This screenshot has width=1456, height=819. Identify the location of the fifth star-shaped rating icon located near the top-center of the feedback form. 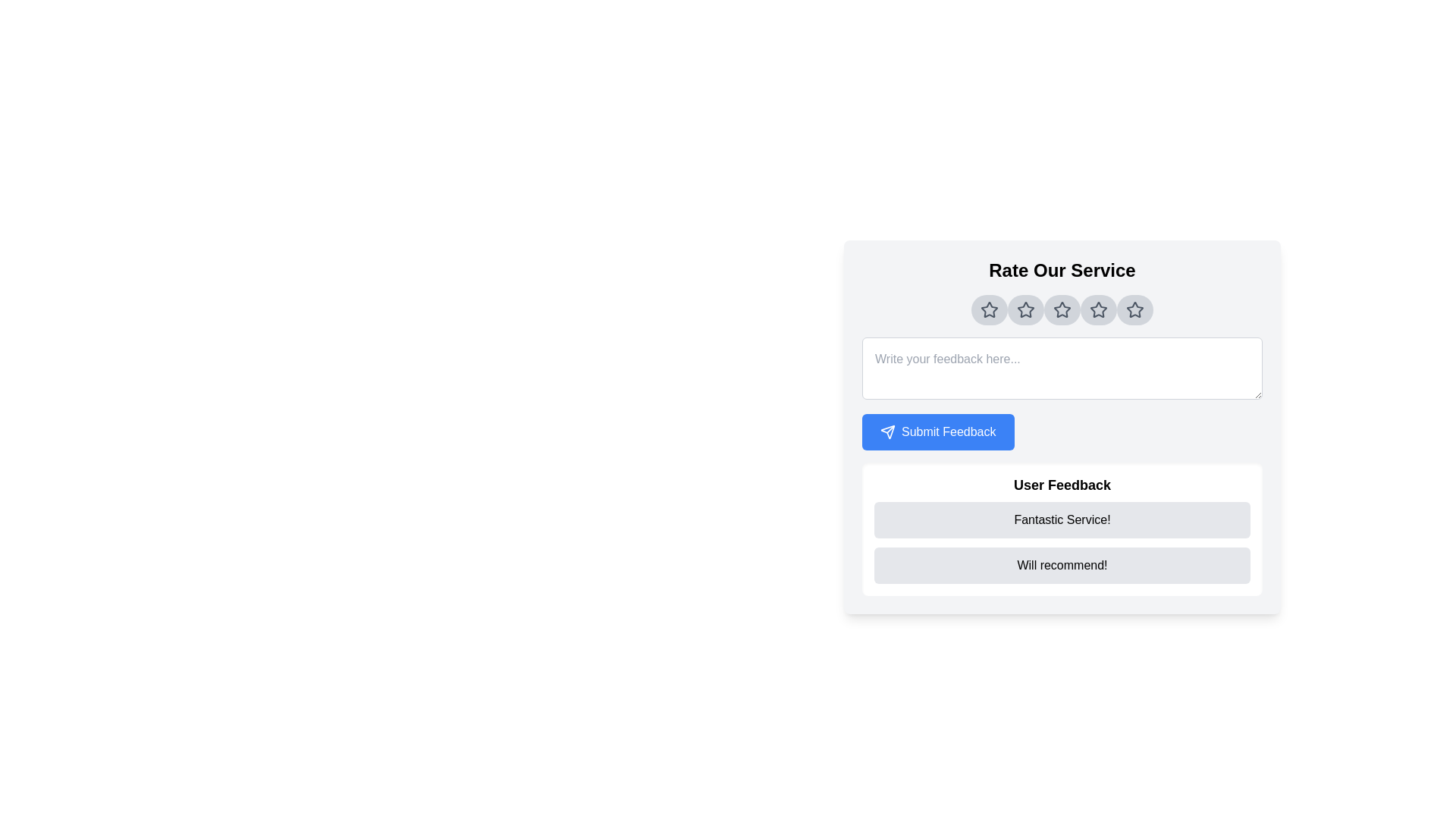
(1099, 309).